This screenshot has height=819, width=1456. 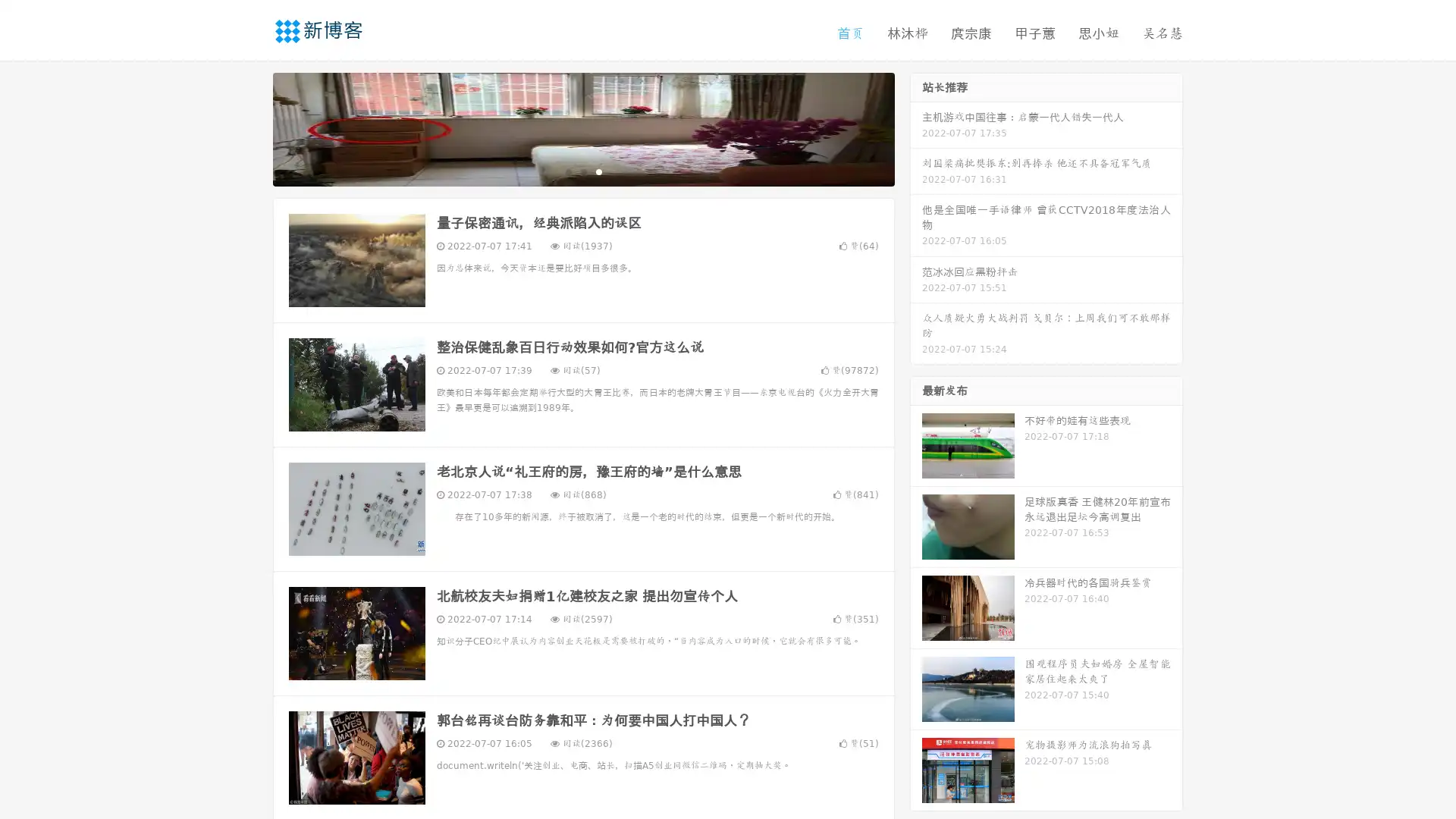 I want to click on Go to slide 1, so click(x=567, y=171).